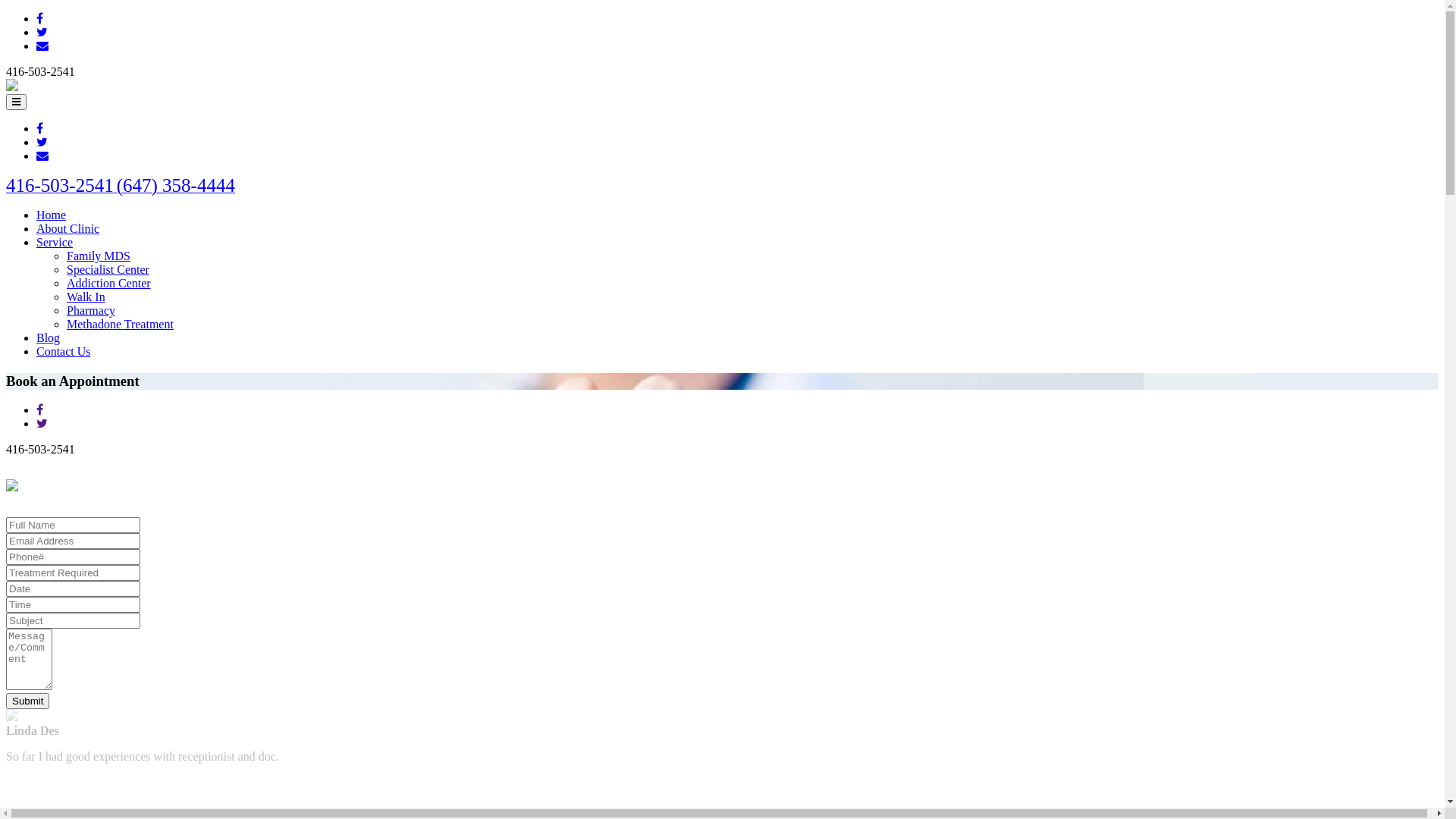 This screenshot has width=1456, height=819. What do you see at coordinates (107, 268) in the screenshot?
I see `'Specialist Center'` at bounding box center [107, 268].